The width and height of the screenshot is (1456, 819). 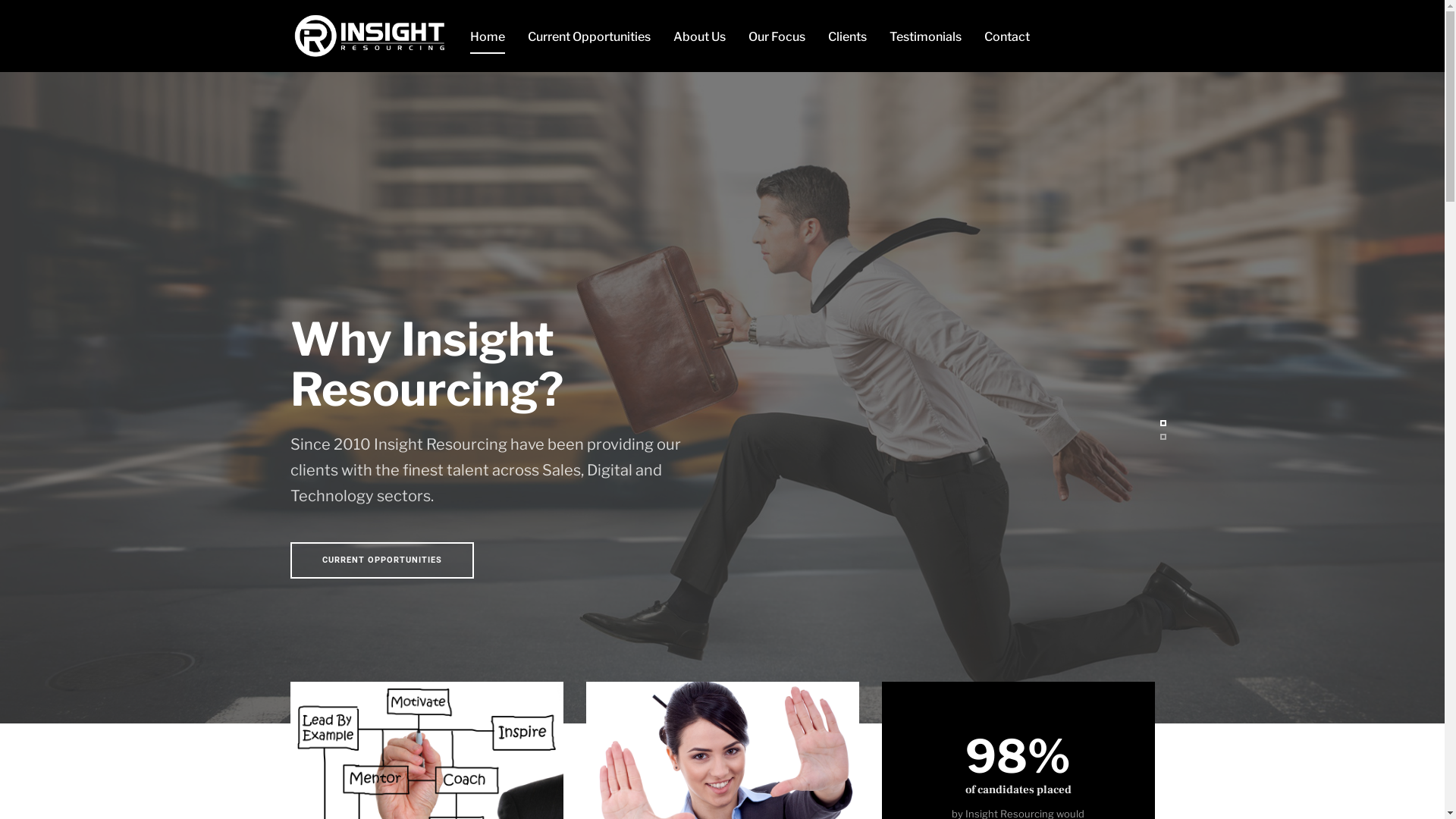 I want to click on 'Contact', so click(x=1007, y=35).